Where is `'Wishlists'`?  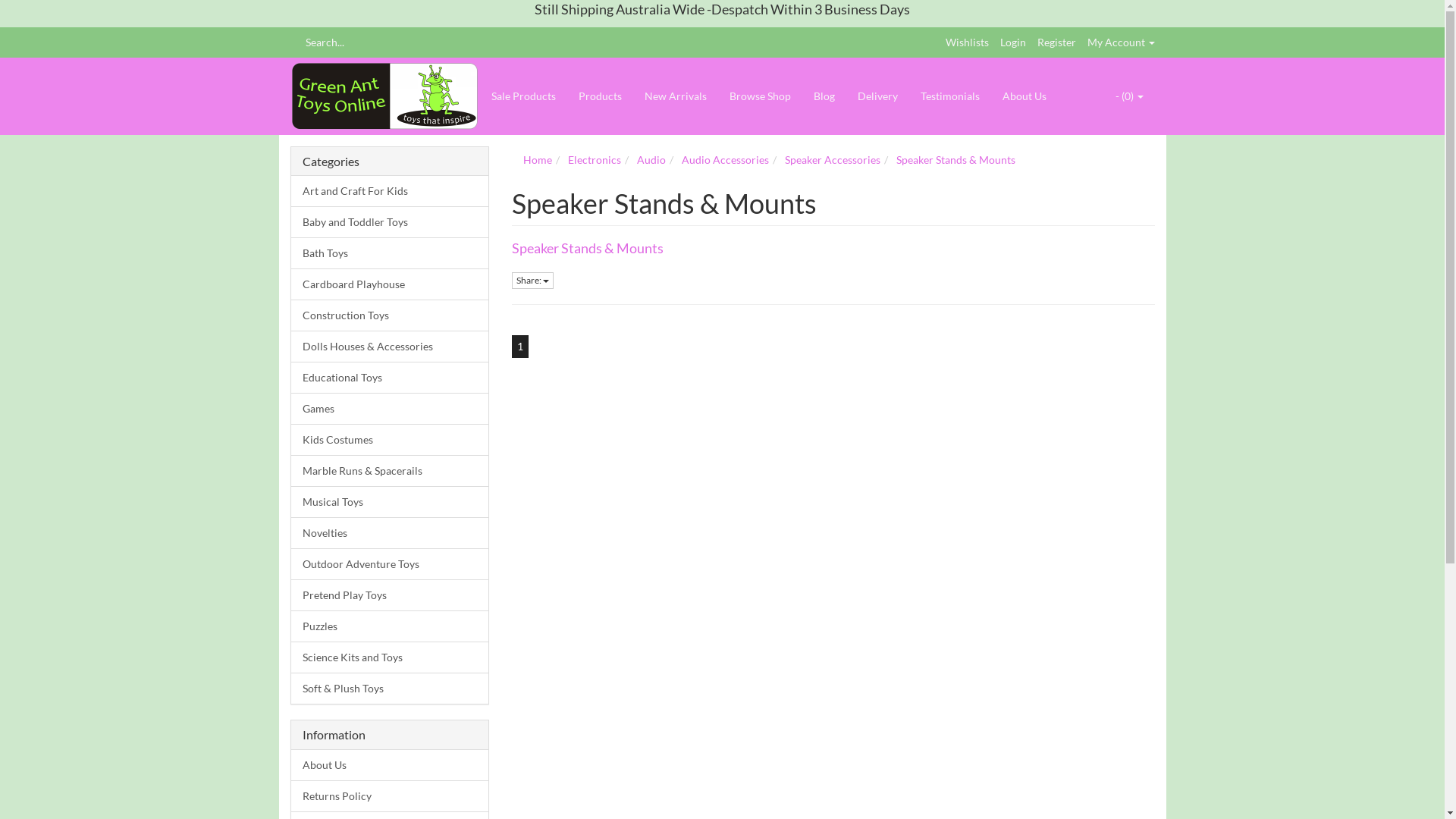
'Wishlists' is located at coordinates (965, 41).